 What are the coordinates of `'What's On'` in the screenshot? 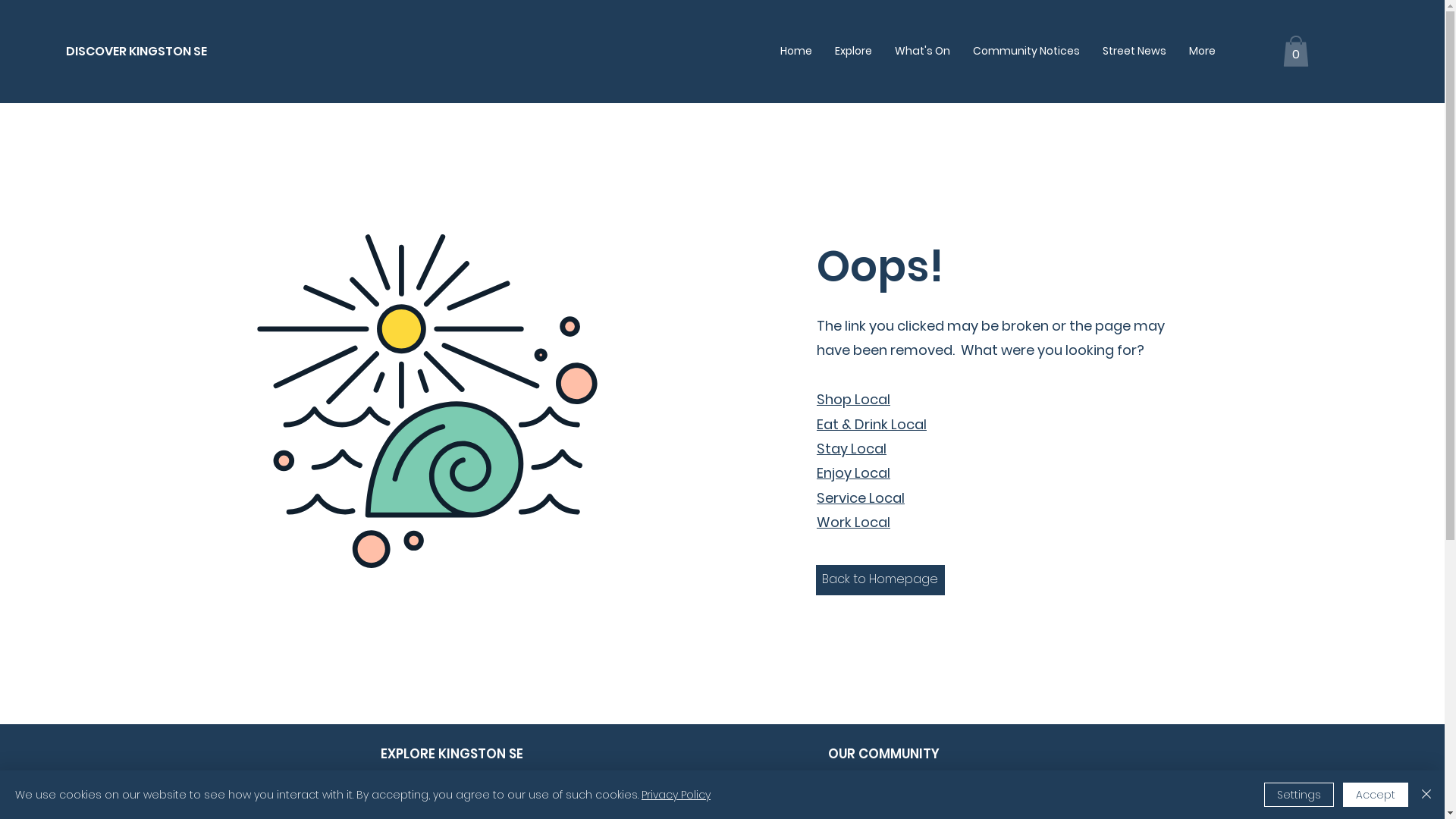 It's located at (921, 49).